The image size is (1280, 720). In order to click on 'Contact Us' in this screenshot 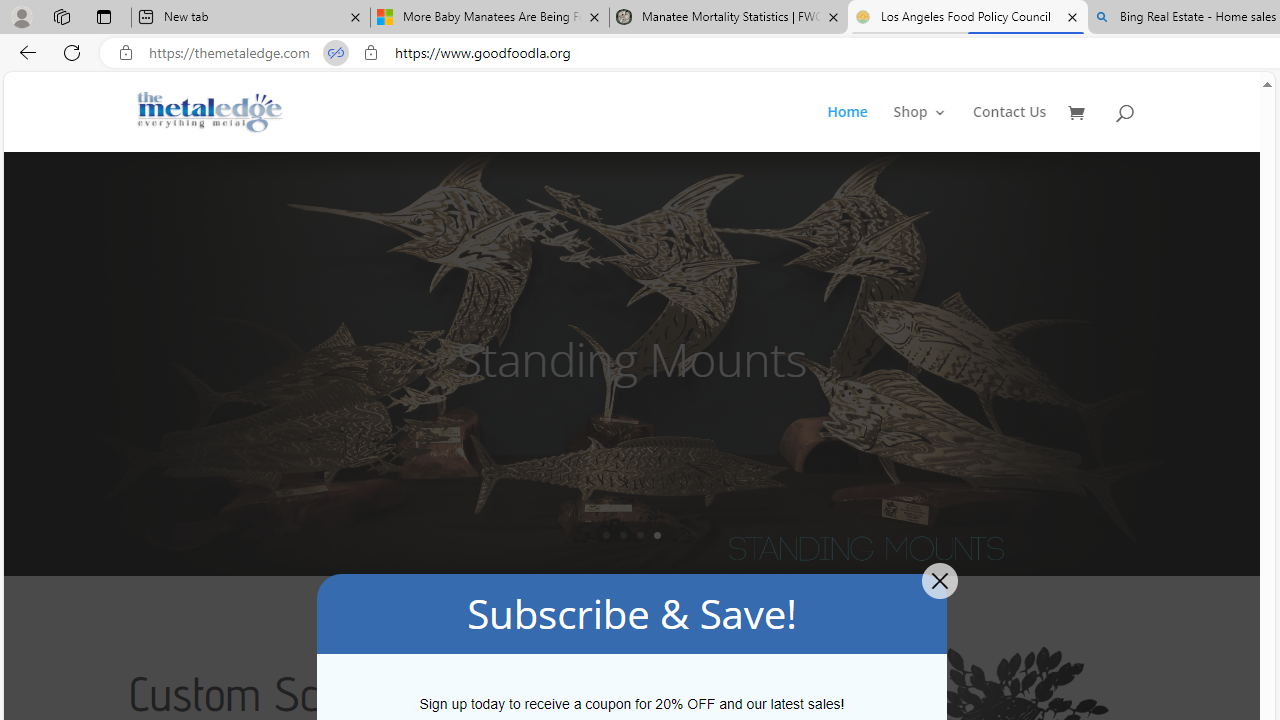, I will do `click(1009, 128)`.